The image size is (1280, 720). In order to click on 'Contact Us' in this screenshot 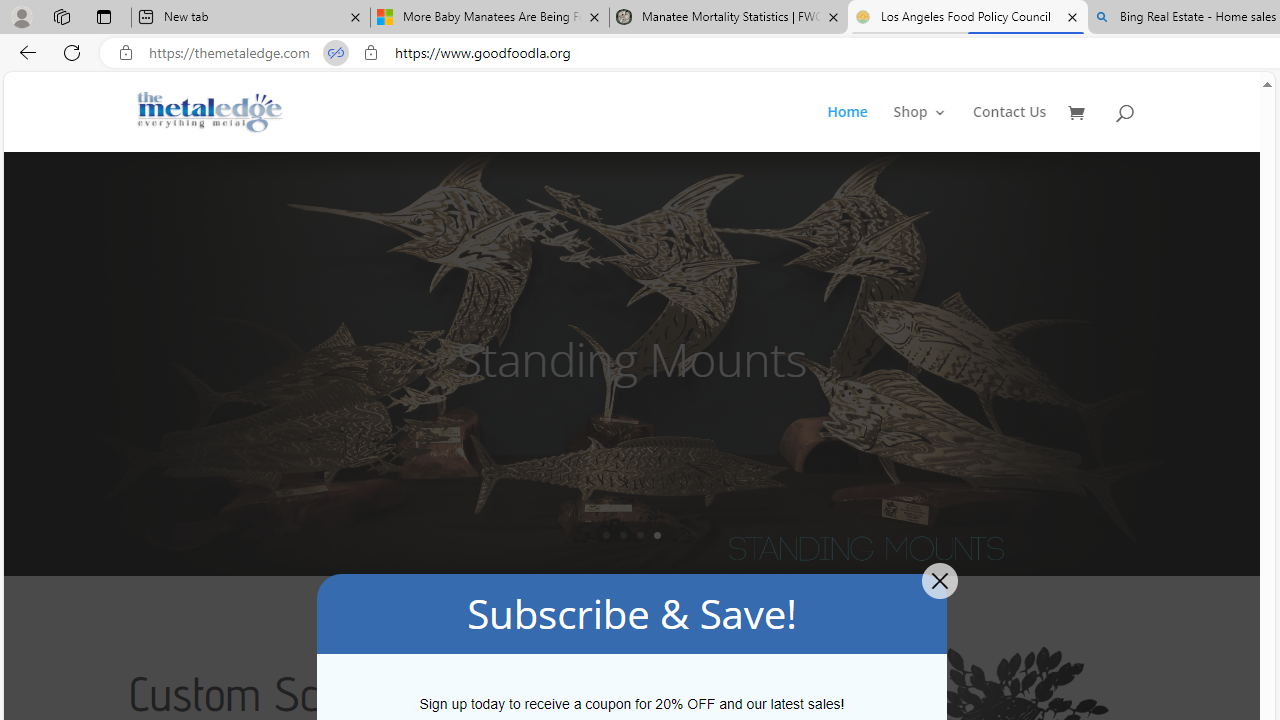, I will do `click(1009, 128)`.